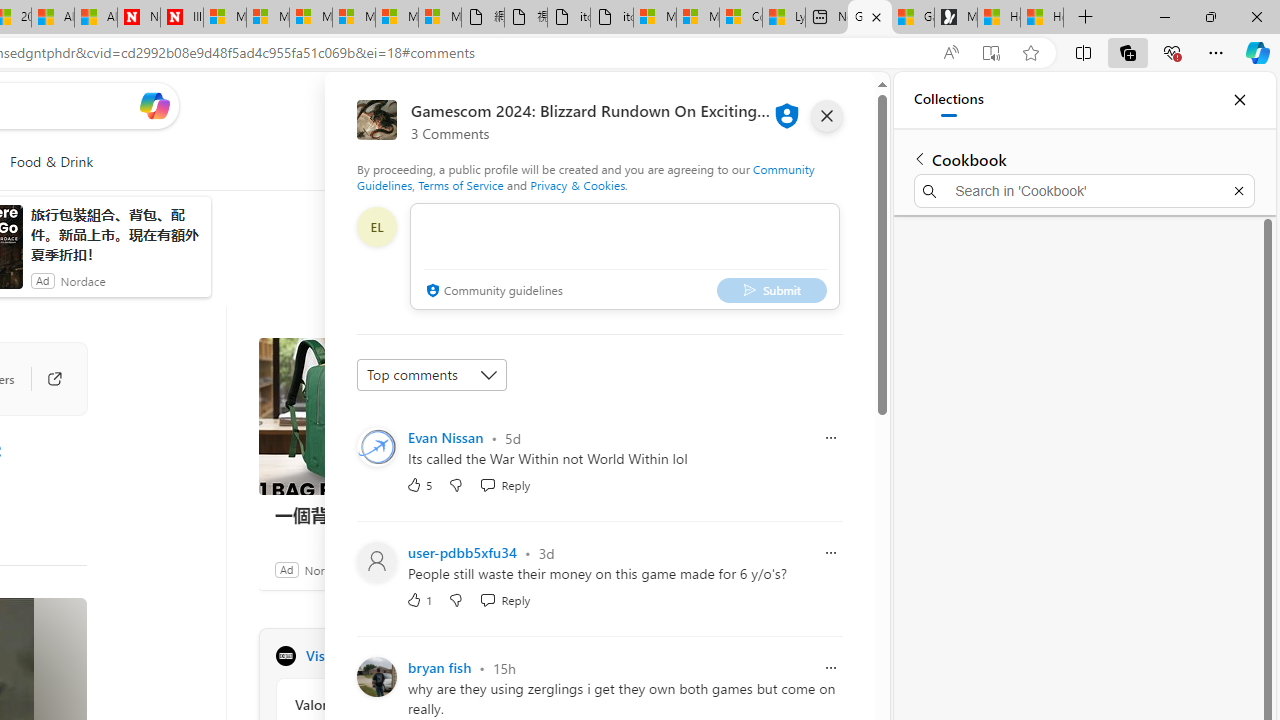 Image resolution: width=1280 pixels, height=720 pixels. What do you see at coordinates (623, 255) in the screenshot?
I see `'comment-box'` at bounding box center [623, 255].